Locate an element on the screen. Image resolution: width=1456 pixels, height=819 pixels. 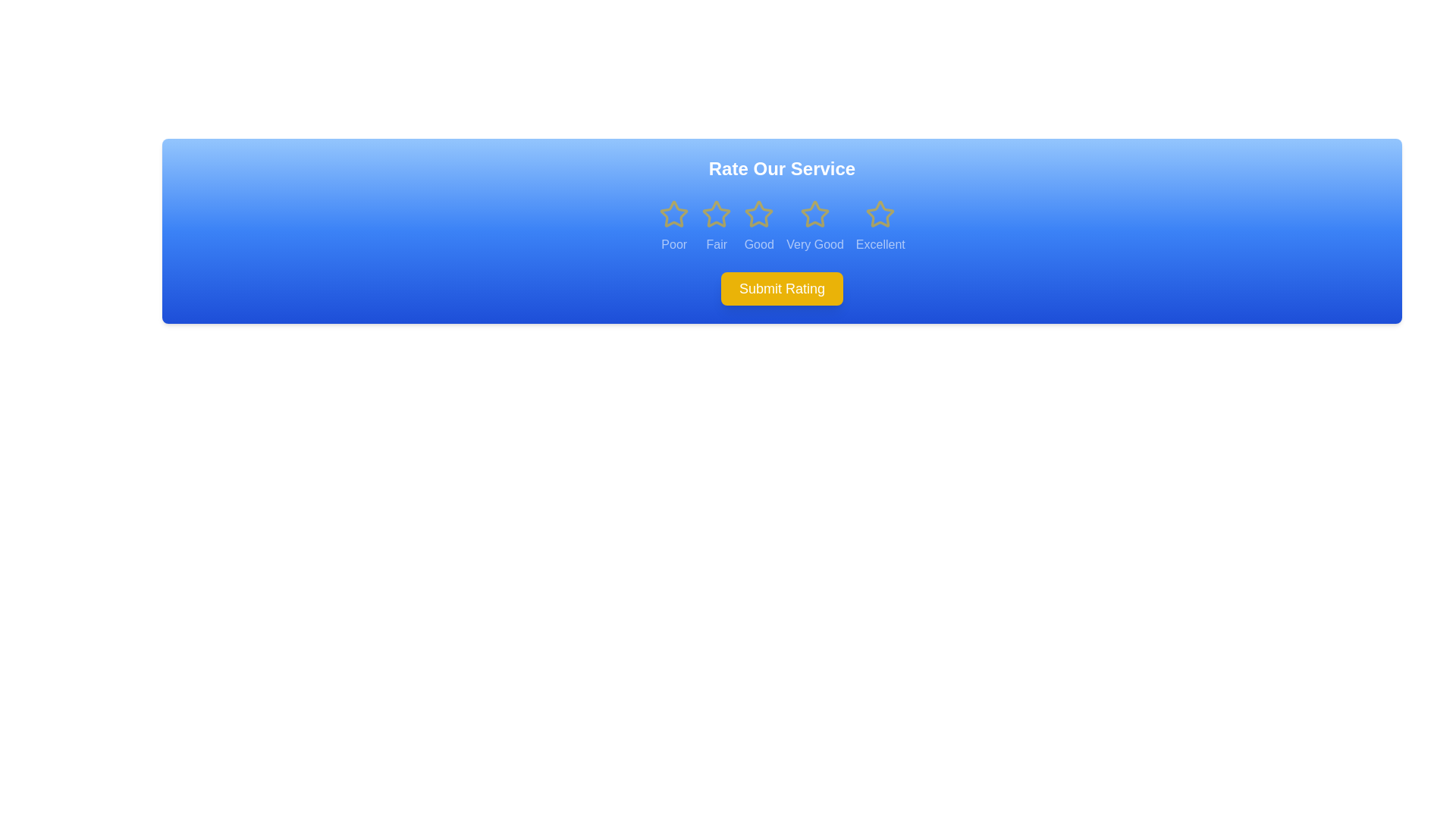
the gold-outlined star icon is located at coordinates (759, 227).